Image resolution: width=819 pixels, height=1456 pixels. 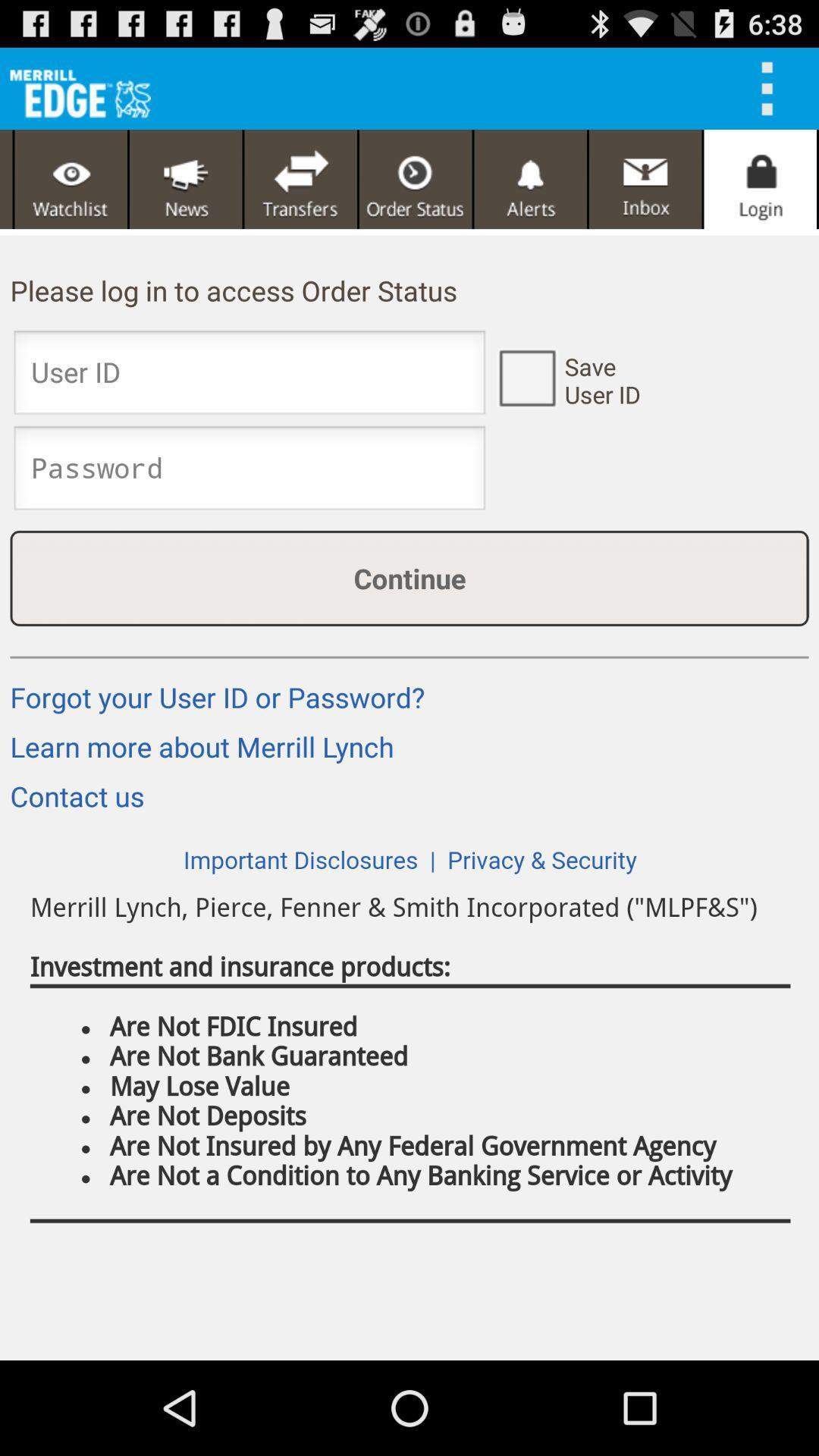 I want to click on the more icon, so click(x=772, y=94).